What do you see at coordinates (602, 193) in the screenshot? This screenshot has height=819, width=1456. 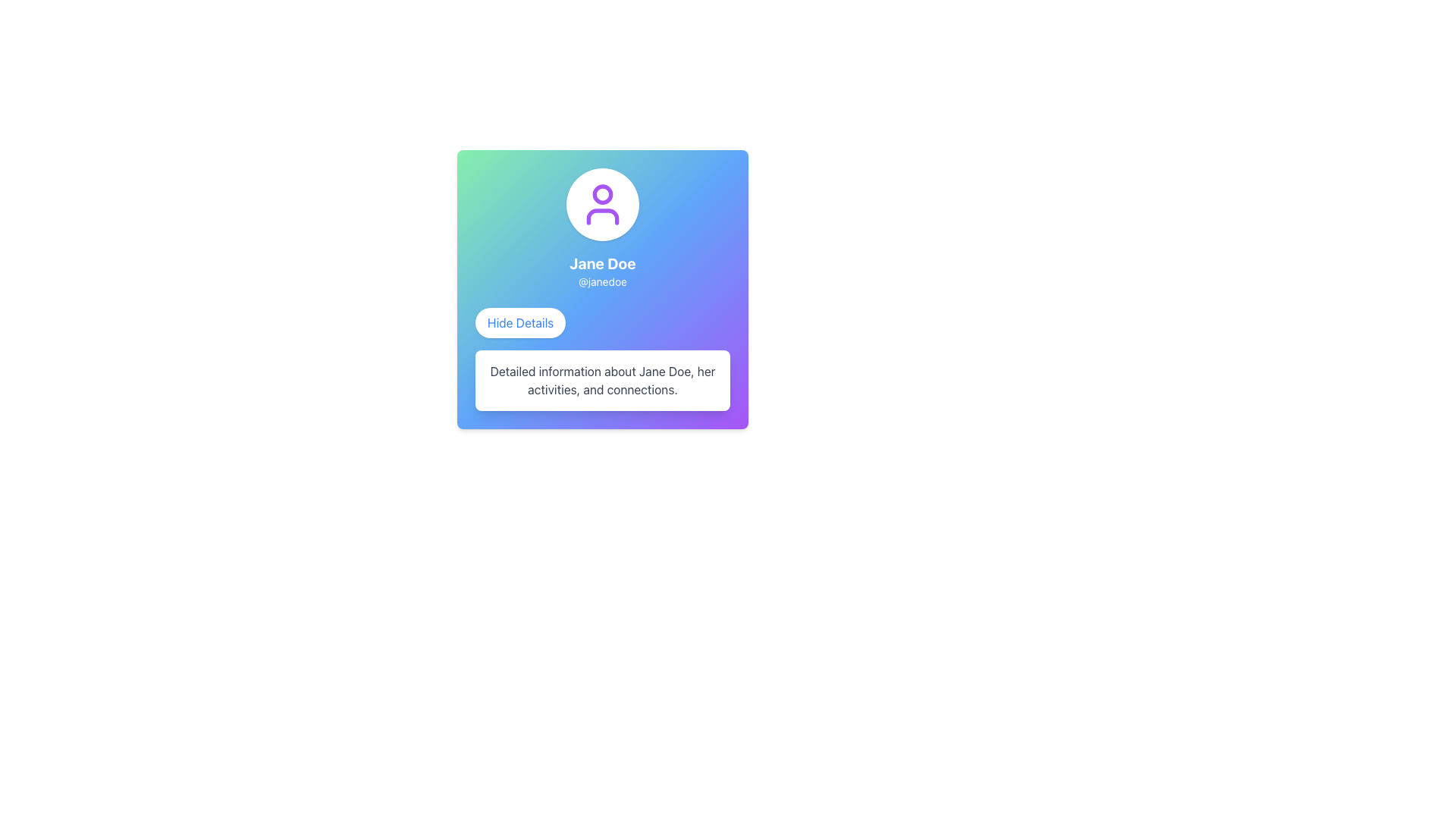 I see `the small circular shape representing a head within the user-themed icon at the top of the profile card, which is styled in purple tones` at bounding box center [602, 193].